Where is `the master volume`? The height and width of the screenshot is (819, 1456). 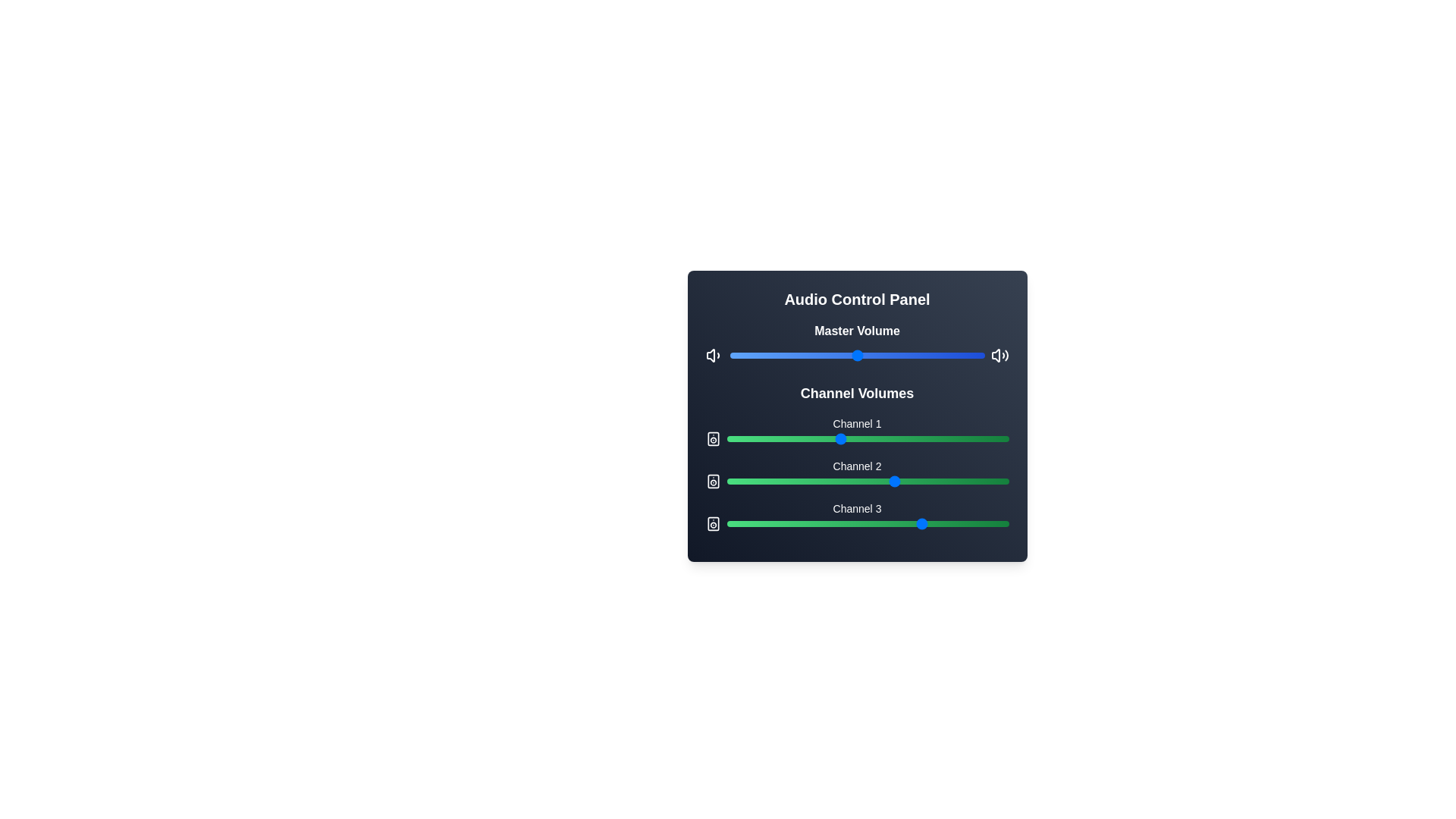
the master volume is located at coordinates (826, 356).